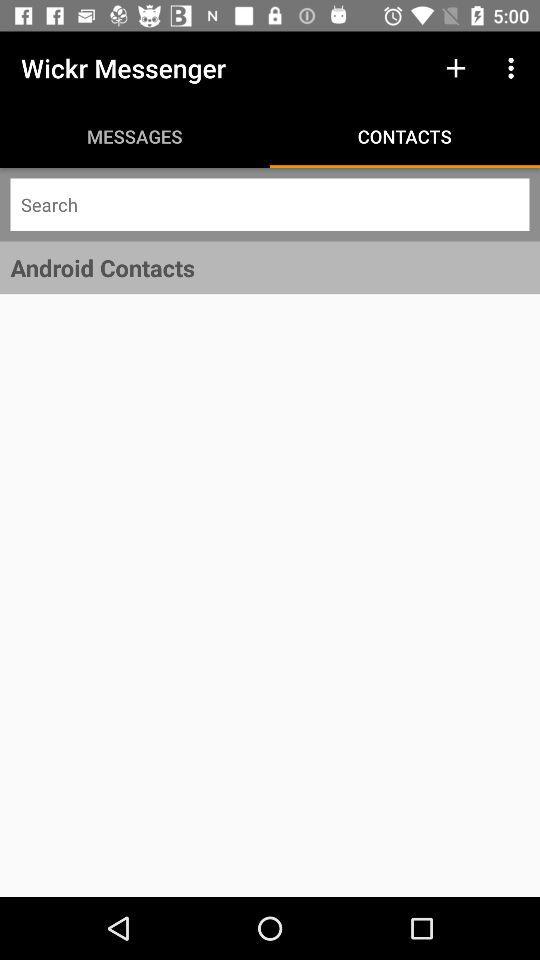  Describe the element at coordinates (270, 266) in the screenshot. I see `android contacts item` at that location.